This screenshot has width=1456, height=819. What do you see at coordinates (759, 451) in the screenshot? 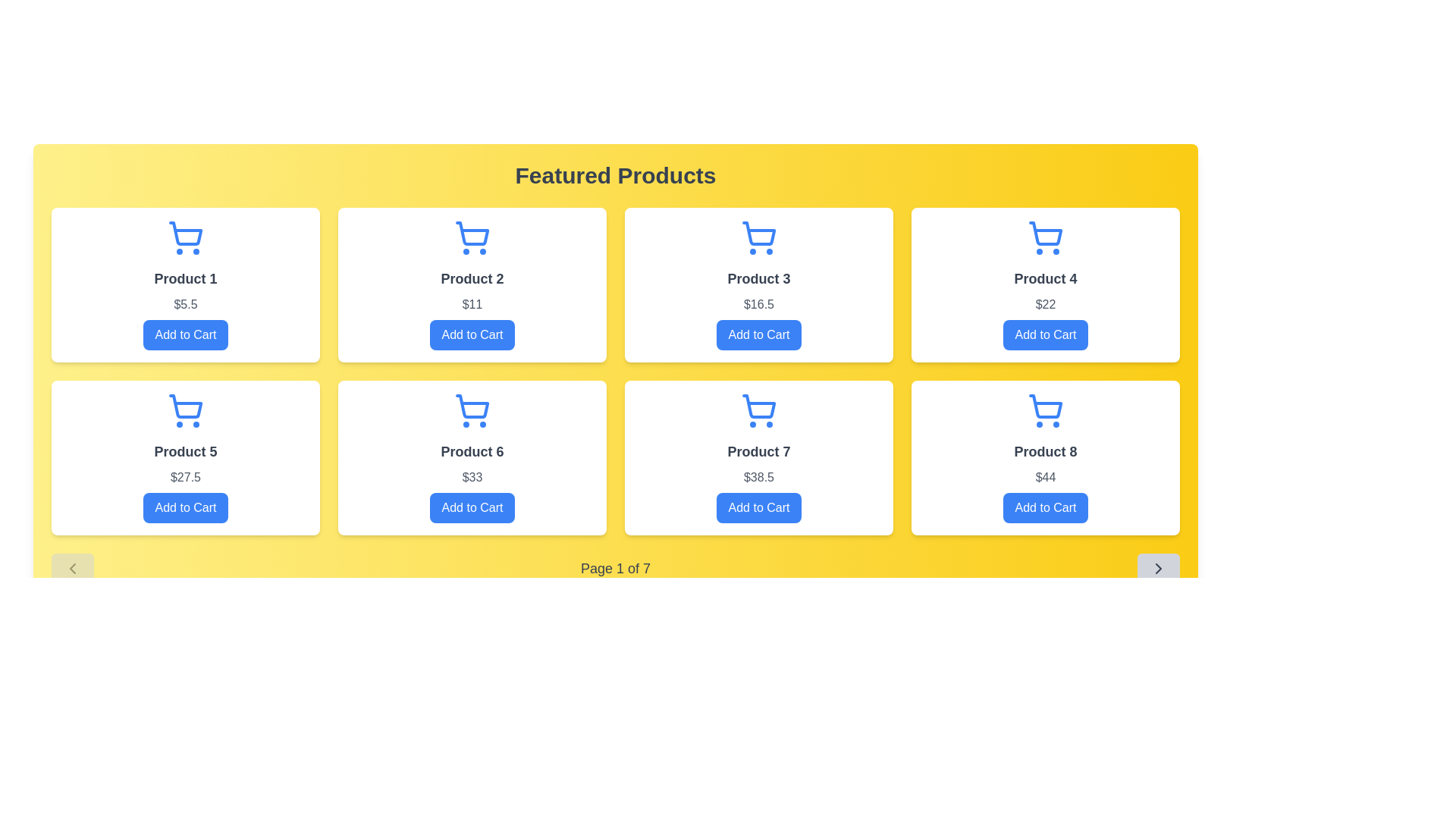
I see `the text label element that identifies the product as 'Product 7', located in the product card above the pricing text and below the shopping cart icon` at bounding box center [759, 451].